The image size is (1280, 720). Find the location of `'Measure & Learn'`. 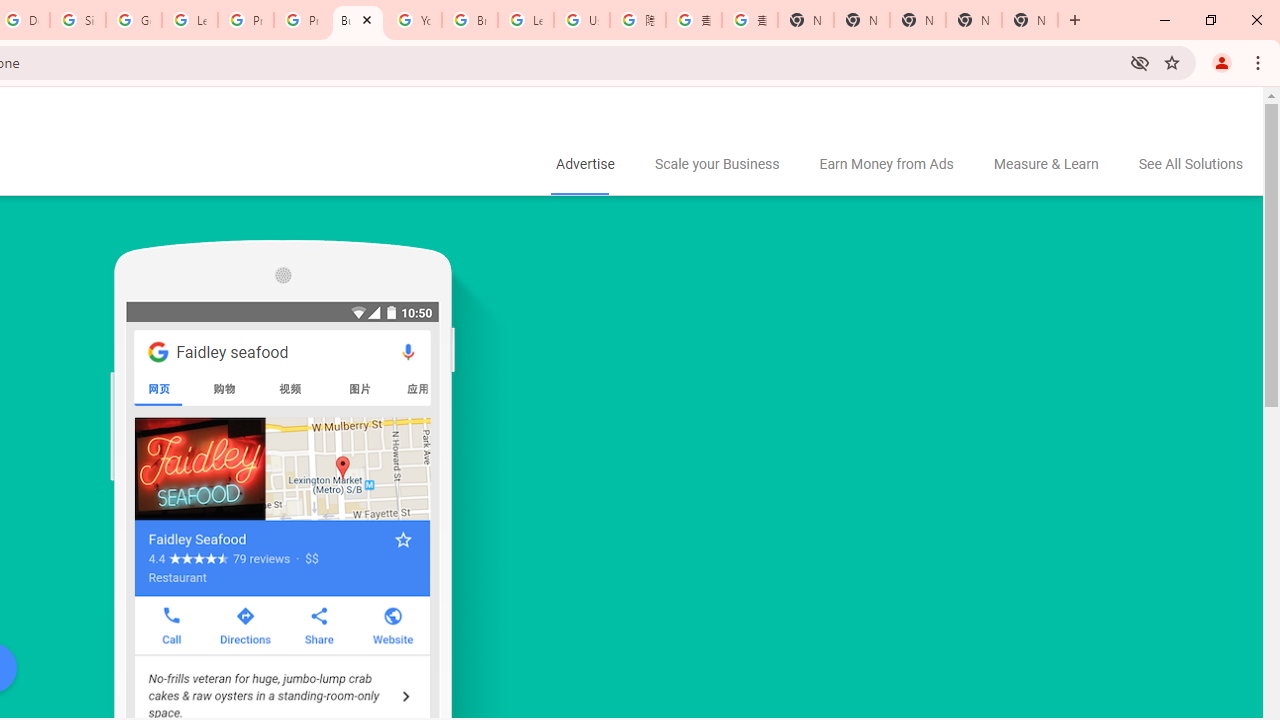

'Measure & Learn' is located at coordinates (1045, 164).